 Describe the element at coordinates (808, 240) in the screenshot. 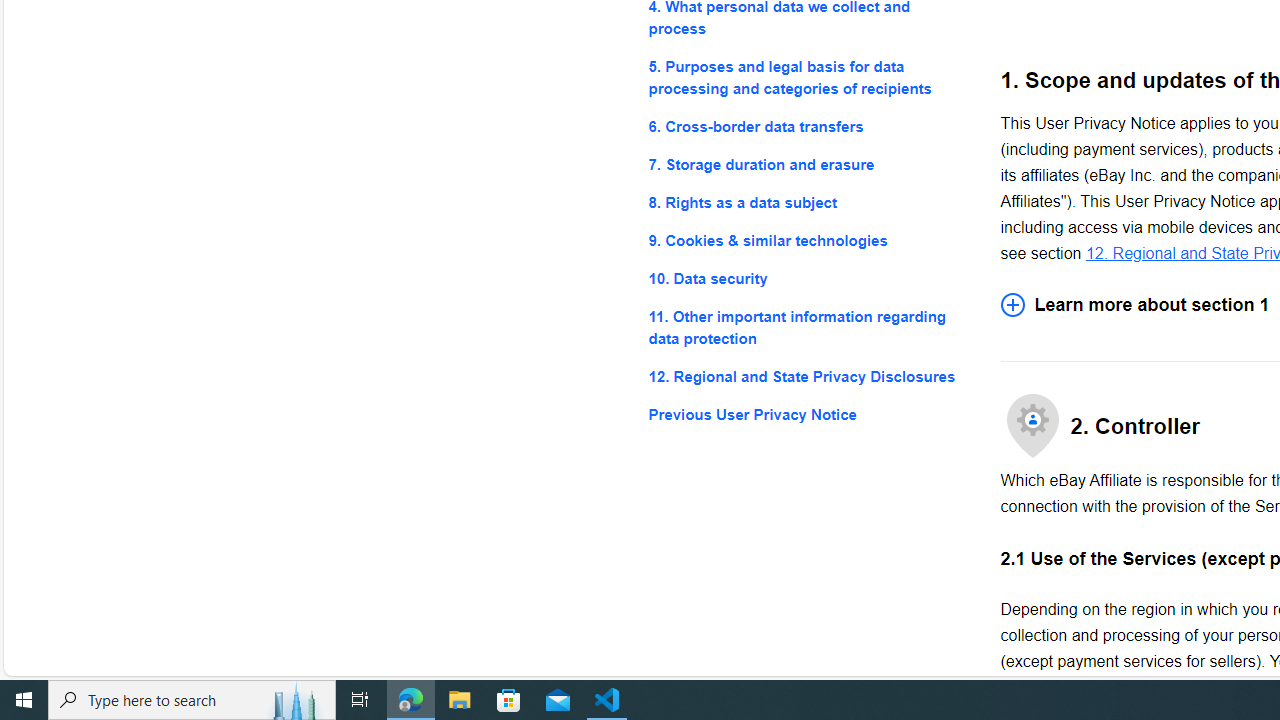

I see `'9. Cookies & similar technologies'` at that location.